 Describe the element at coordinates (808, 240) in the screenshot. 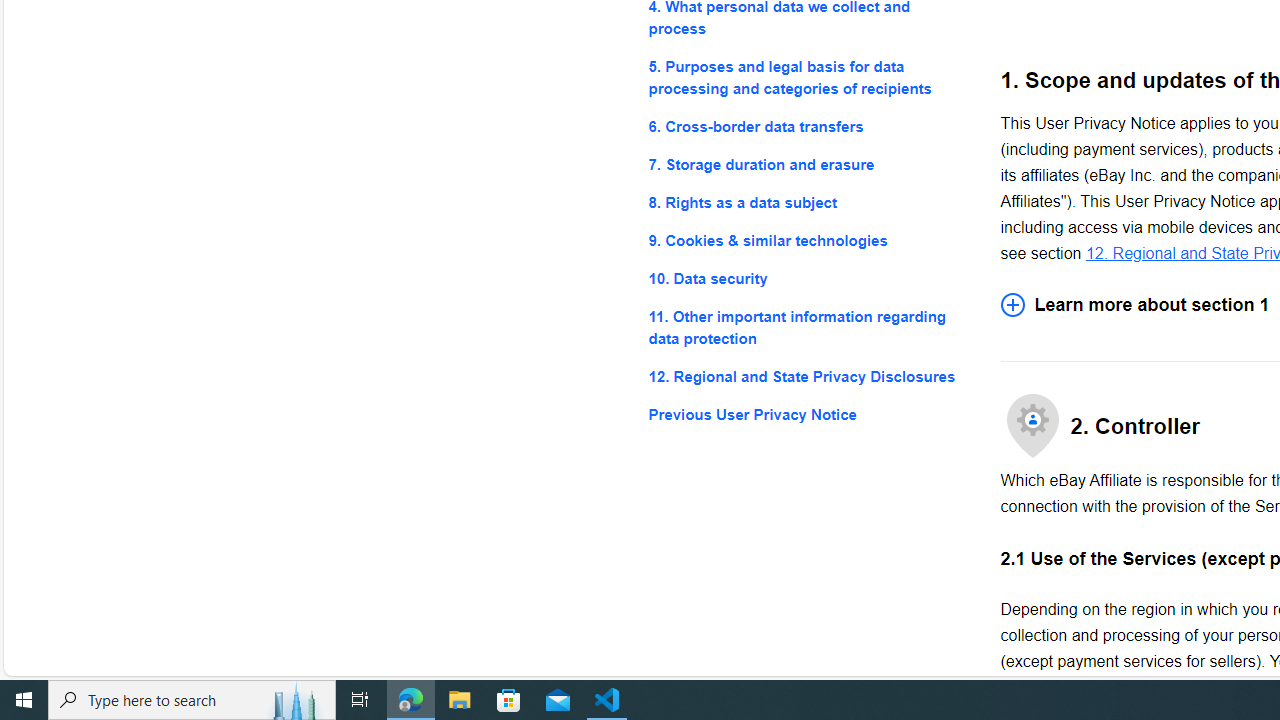

I see `'9. Cookies & similar technologies'` at that location.